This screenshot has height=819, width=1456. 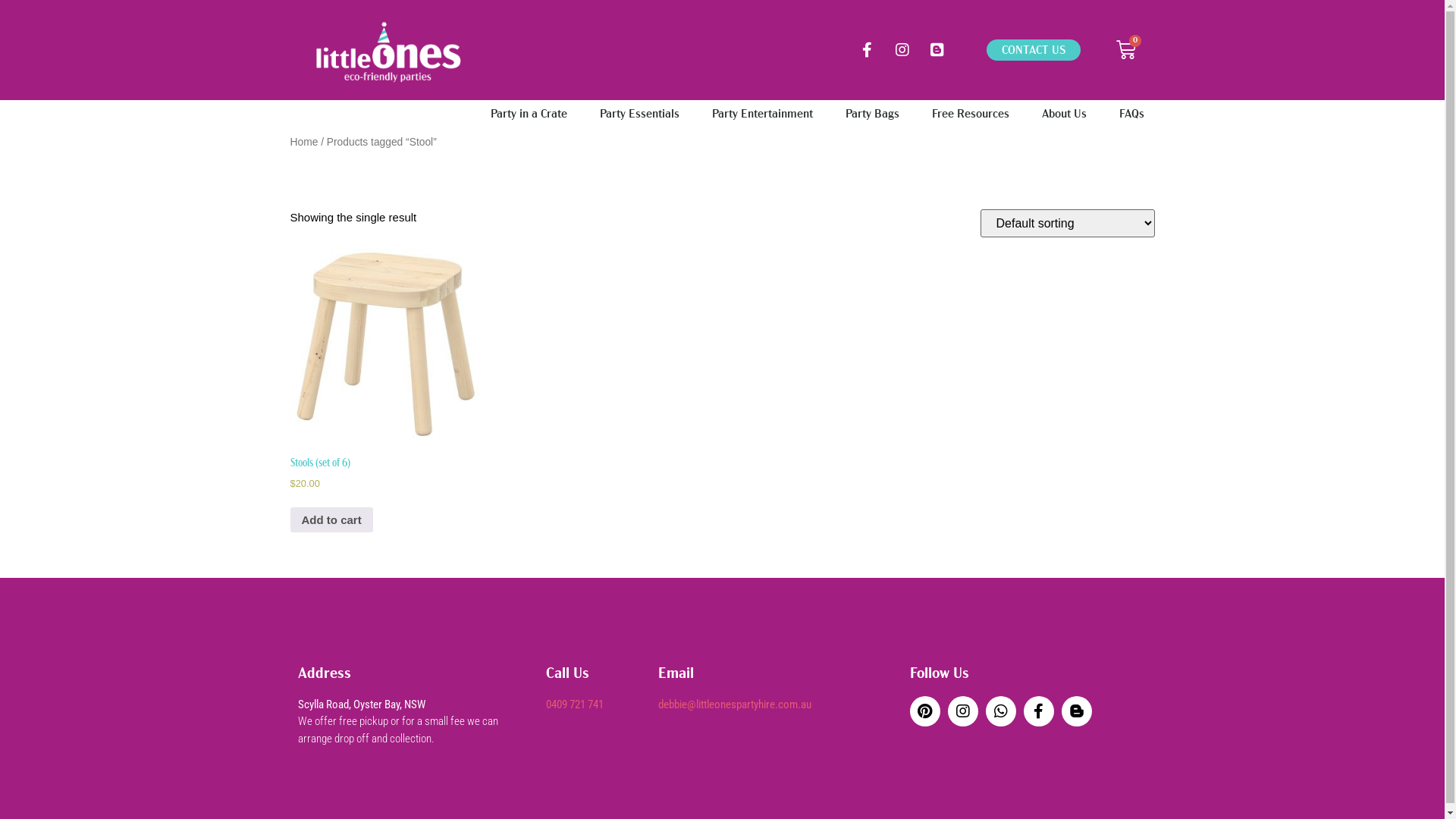 What do you see at coordinates (1125, 49) in the screenshot?
I see `'0'` at bounding box center [1125, 49].